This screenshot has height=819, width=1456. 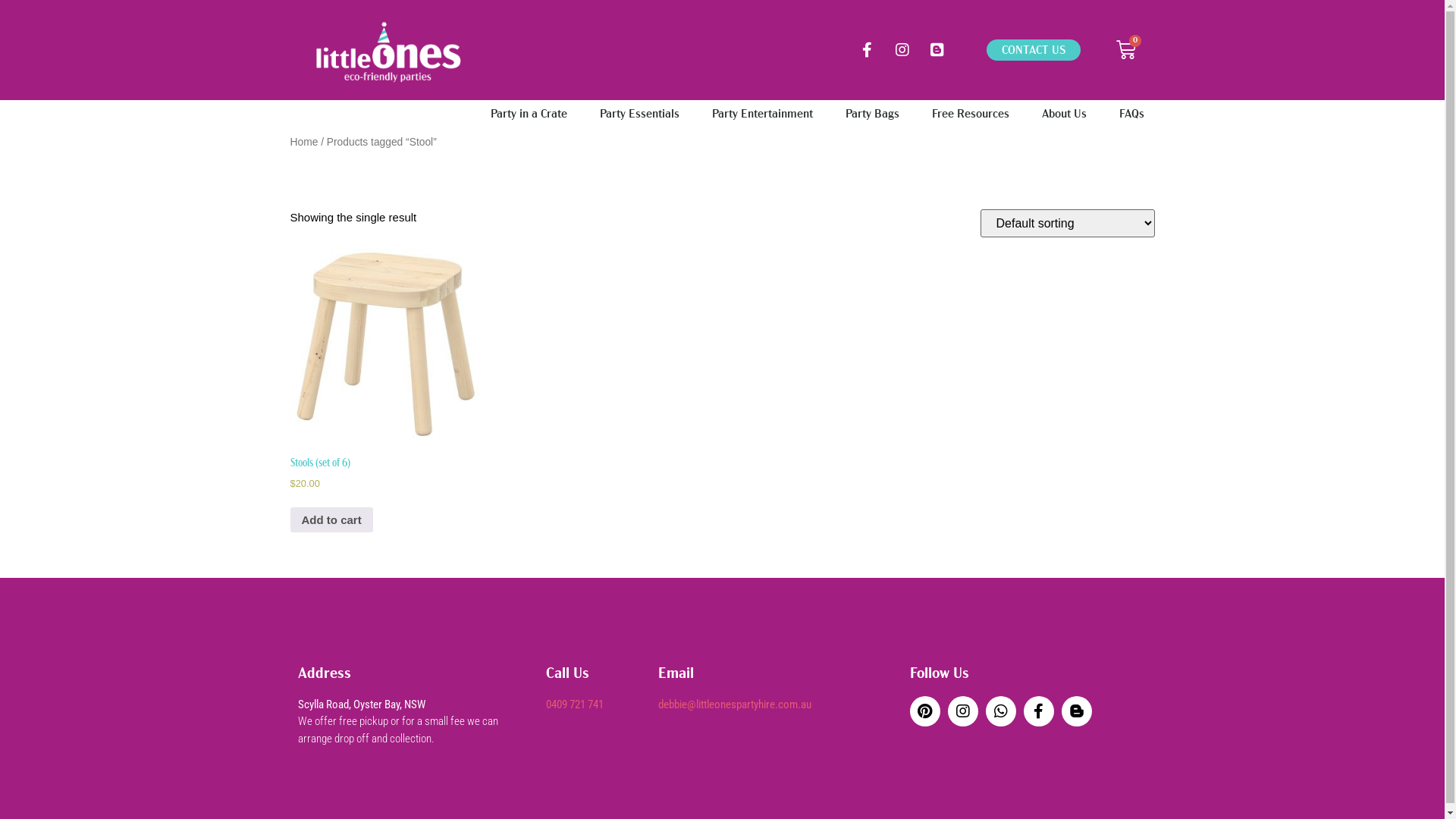 What do you see at coordinates (1125, 49) in the screenshot?
I see `'0'` at bounding box center [1125, 49].